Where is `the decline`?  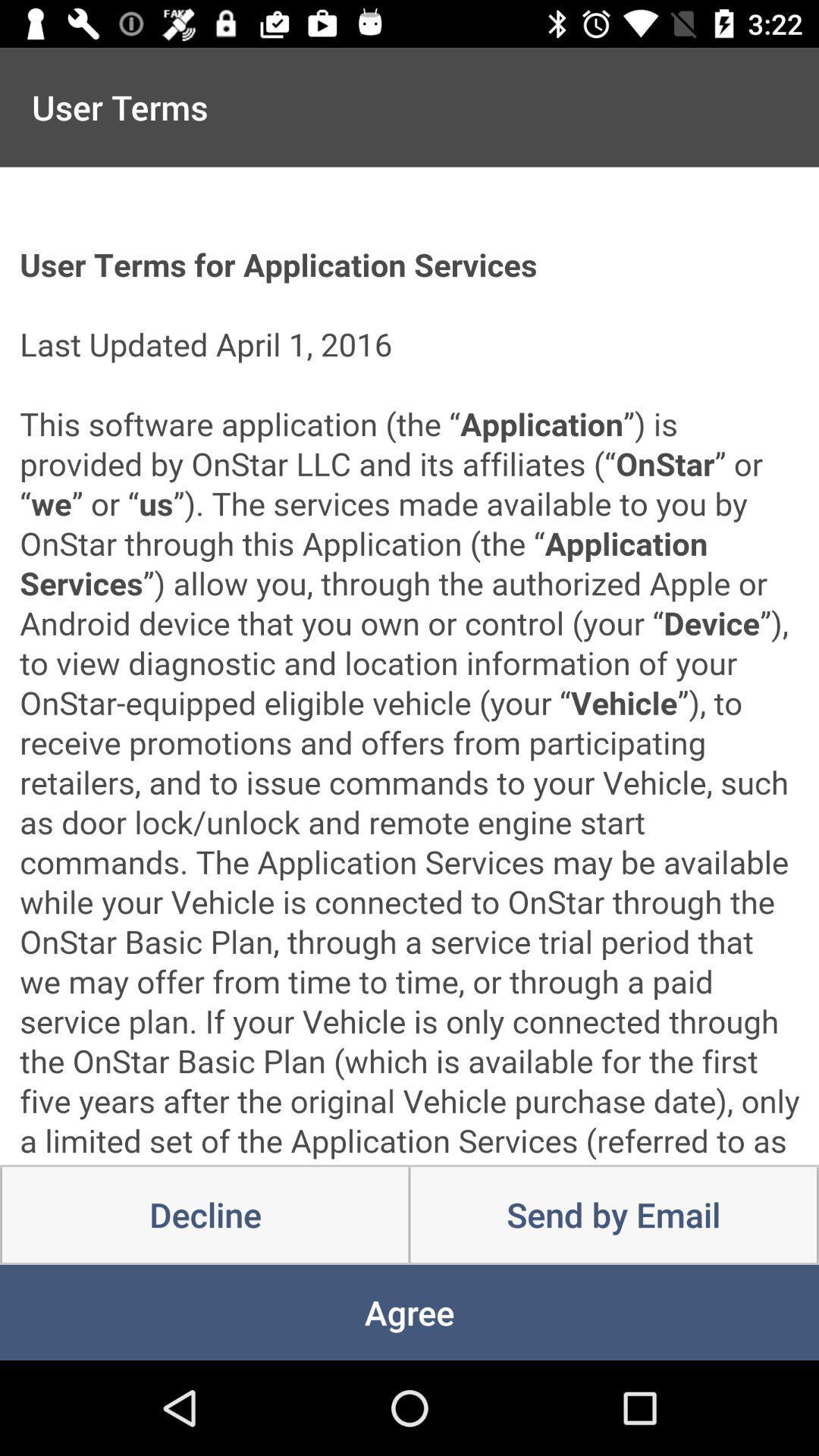
the decline is located at coordinates (205, 1215).